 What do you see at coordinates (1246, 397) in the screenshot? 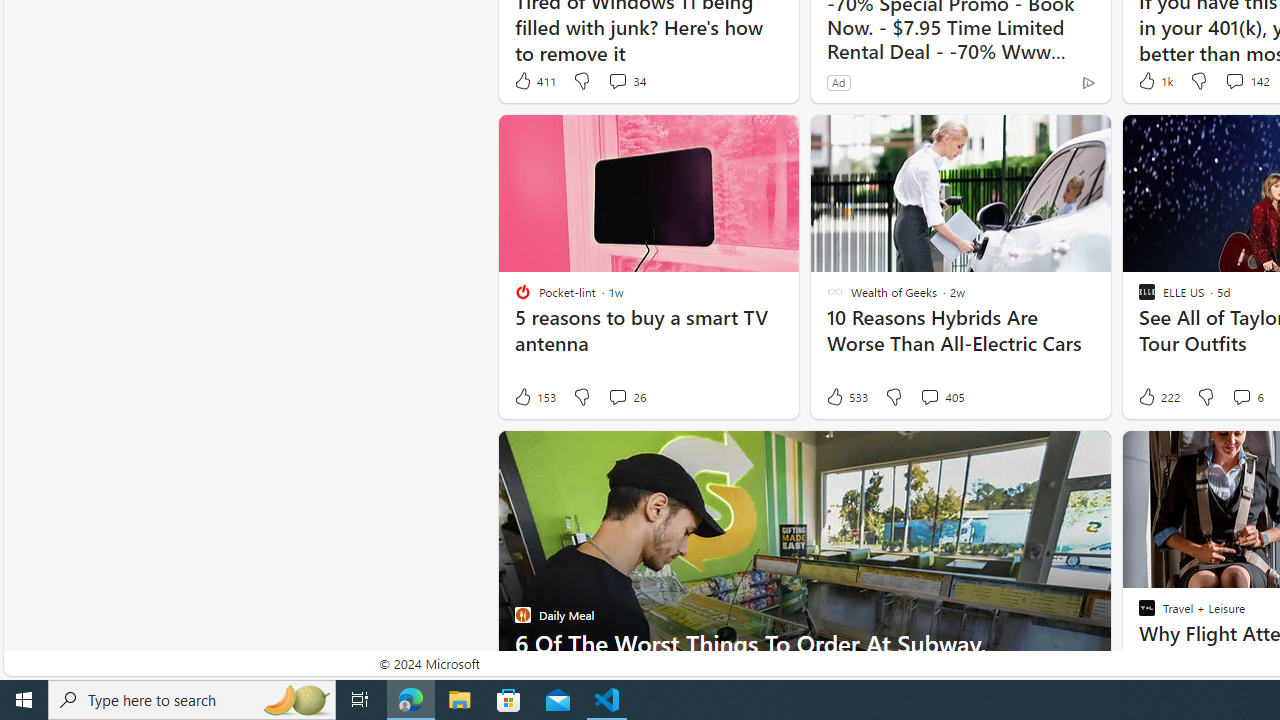
I see `'View comments 6 Comment'` at bounding box center [1246, 397].